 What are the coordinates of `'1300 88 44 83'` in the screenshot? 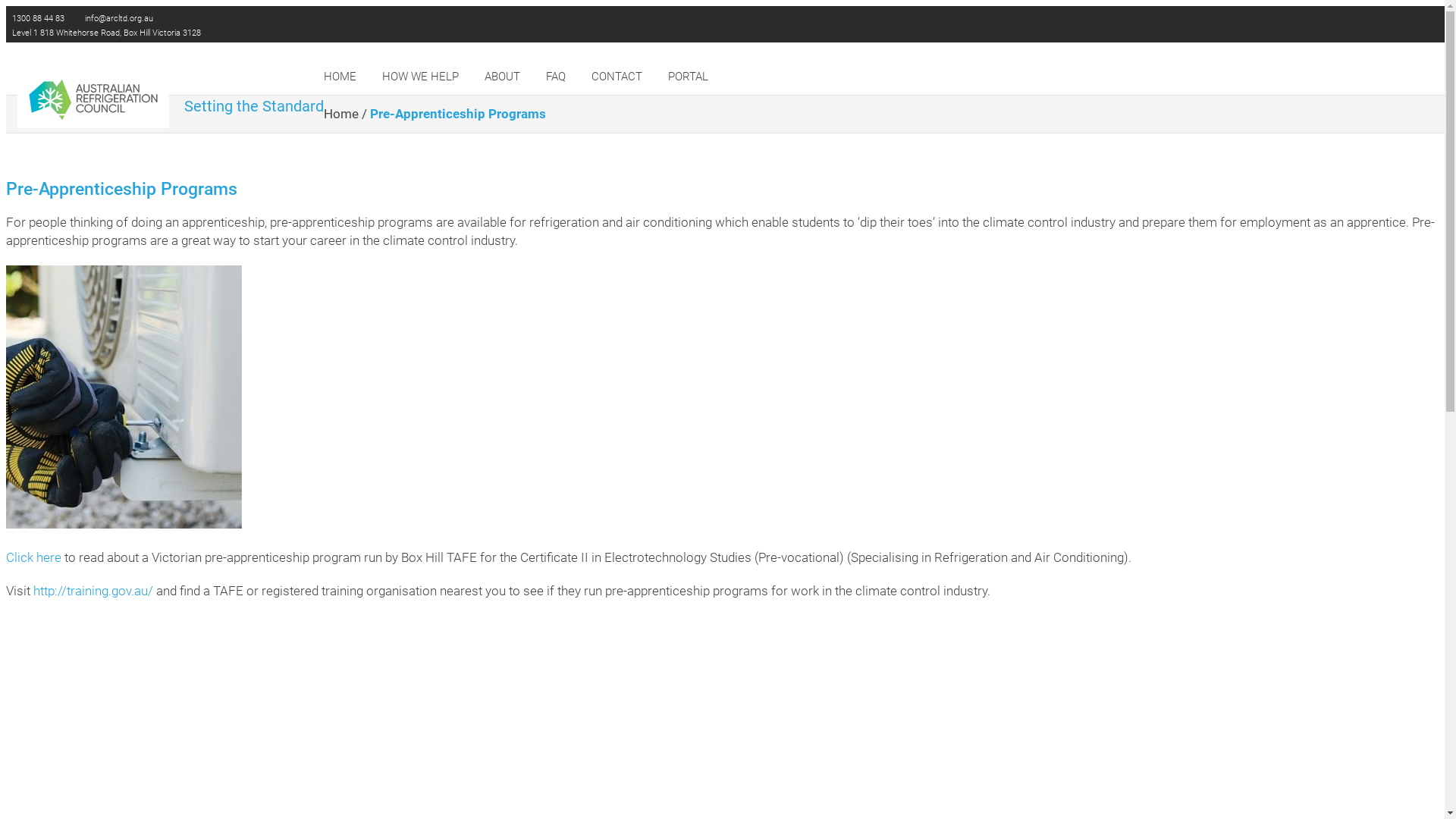 It's located at (36, 18).